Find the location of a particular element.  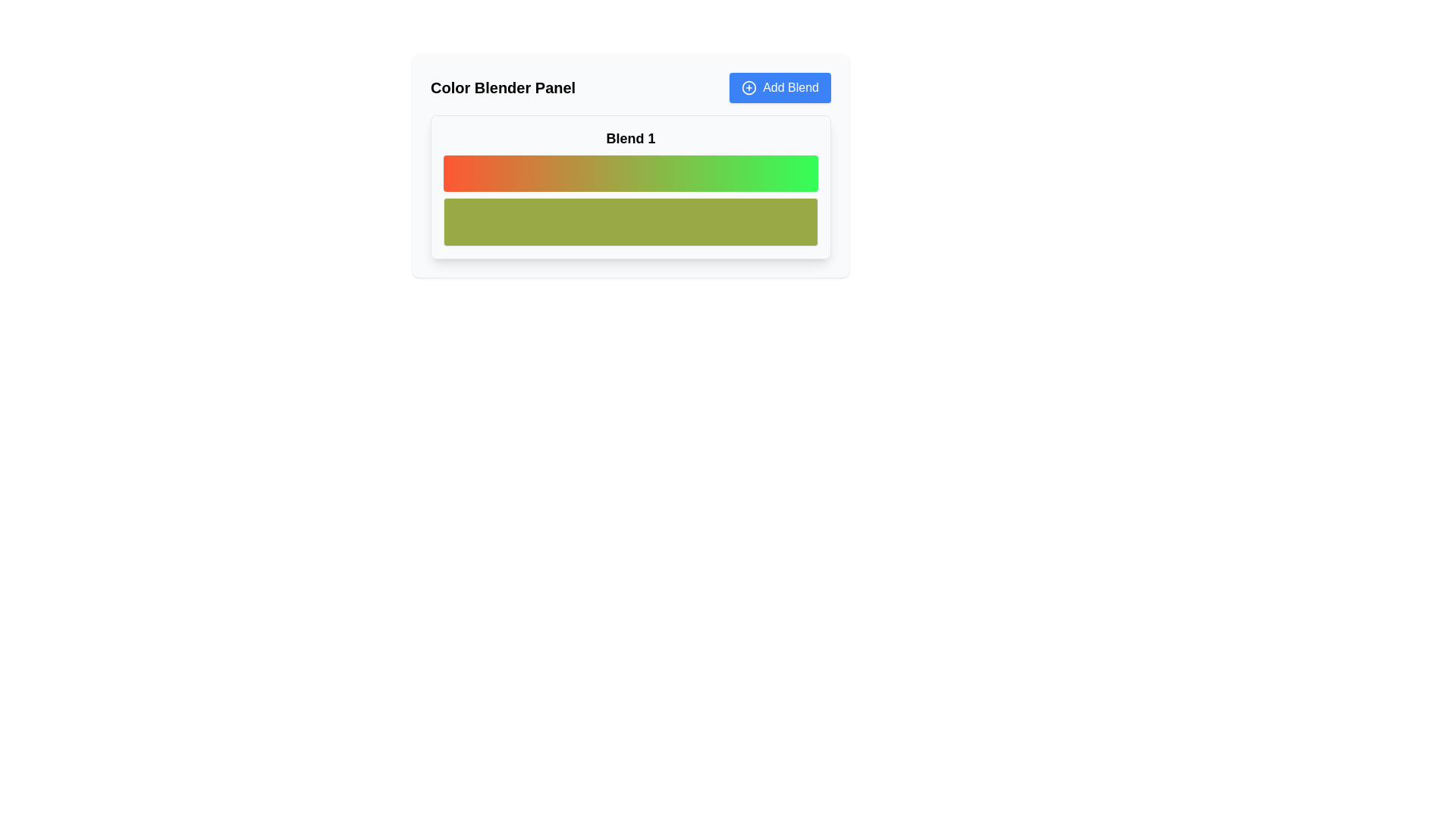

the 'Add Blend' button, which is a rectangular button with rounded corners, a blue background, and a white '+' icon, located at the top-right corner of the 'Color Blender Panel' is located at coordinates (780, 87).